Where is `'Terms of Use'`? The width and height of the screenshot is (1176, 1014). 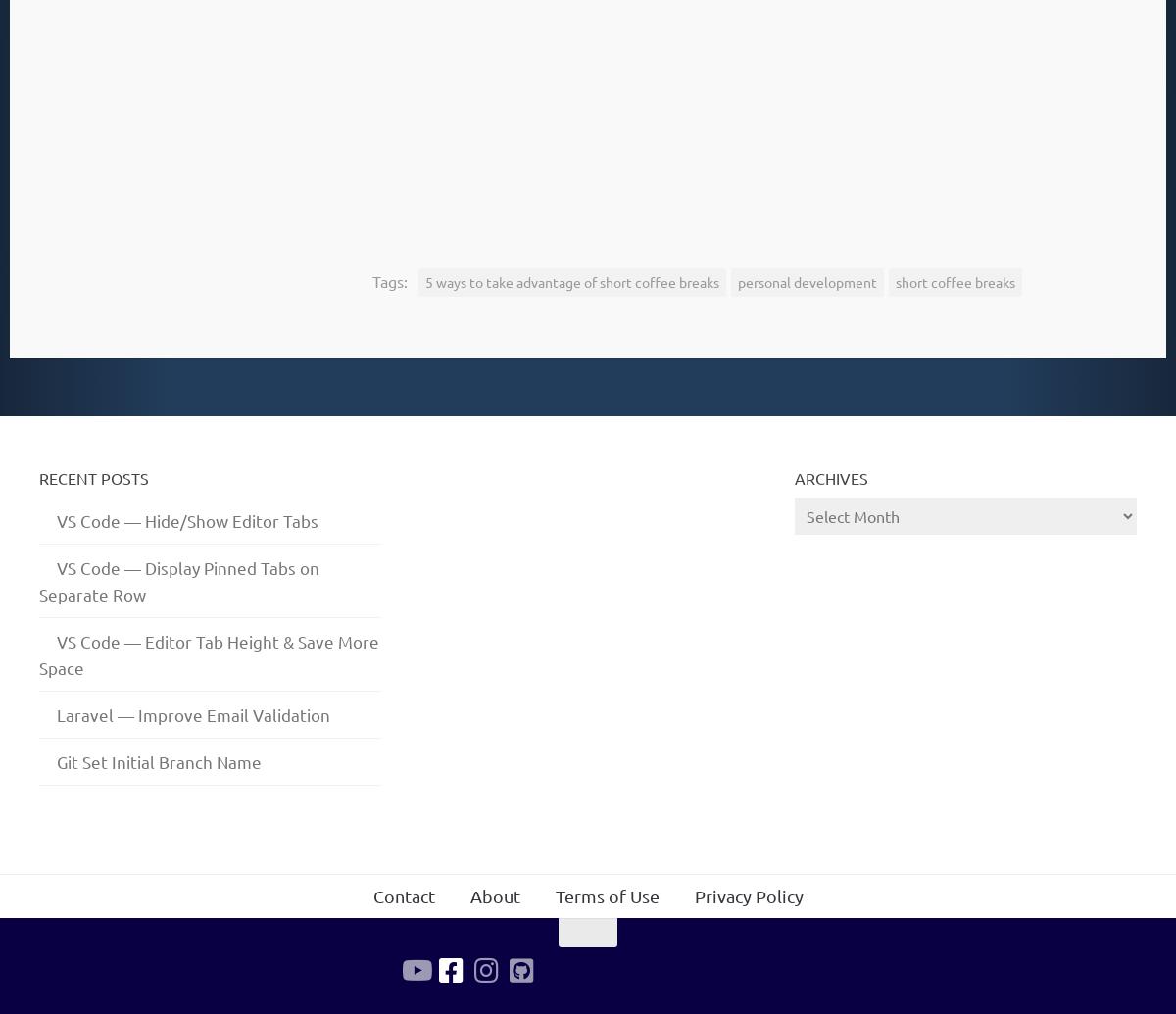
'Terms of Use' is located at coordinates (606, 894).